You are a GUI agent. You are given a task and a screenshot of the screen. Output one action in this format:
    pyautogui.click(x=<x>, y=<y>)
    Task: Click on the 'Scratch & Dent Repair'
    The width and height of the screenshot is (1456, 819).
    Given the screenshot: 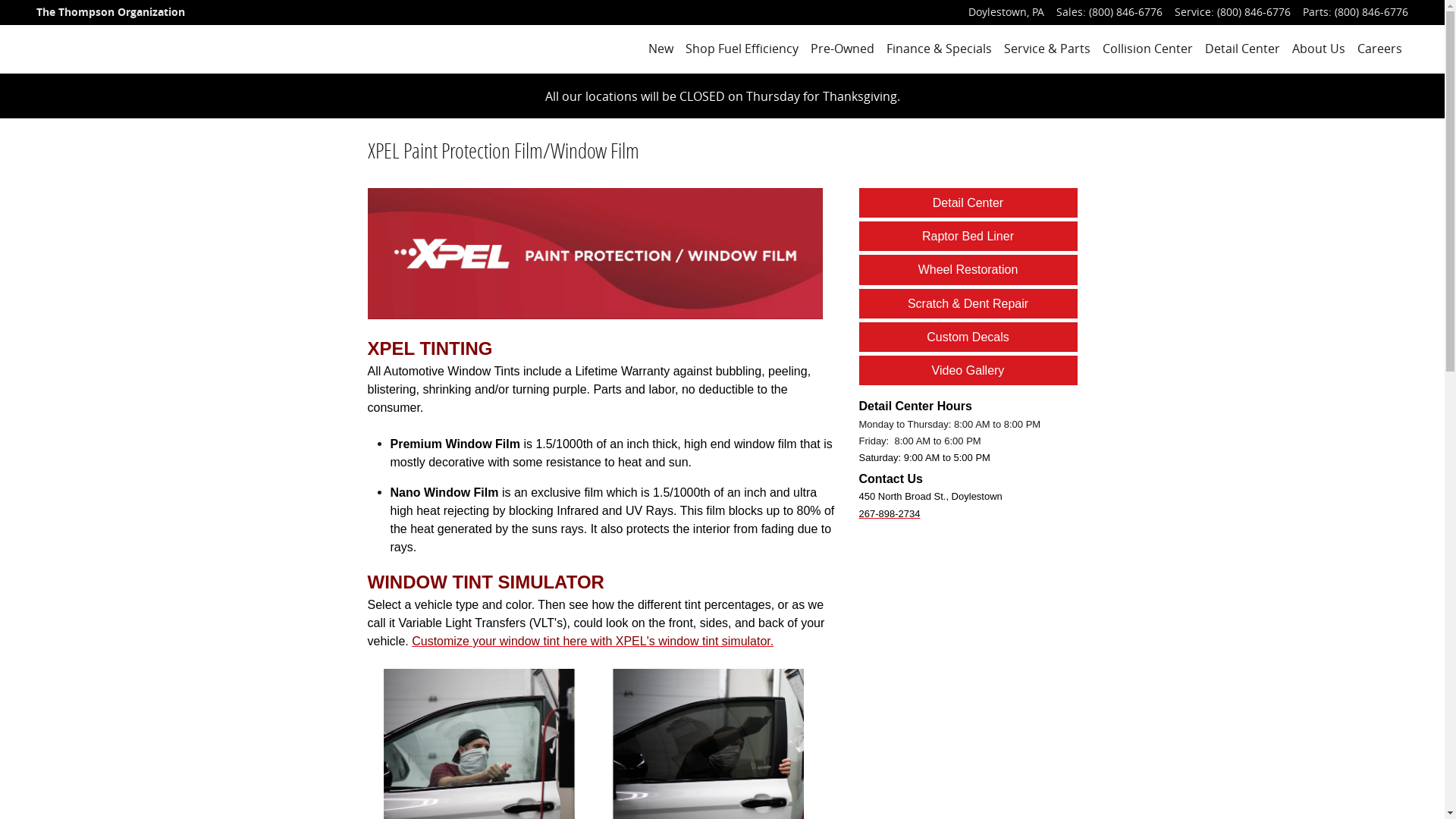 What is the action you would take?
    pyautogui.click(x=907, y=303)
    